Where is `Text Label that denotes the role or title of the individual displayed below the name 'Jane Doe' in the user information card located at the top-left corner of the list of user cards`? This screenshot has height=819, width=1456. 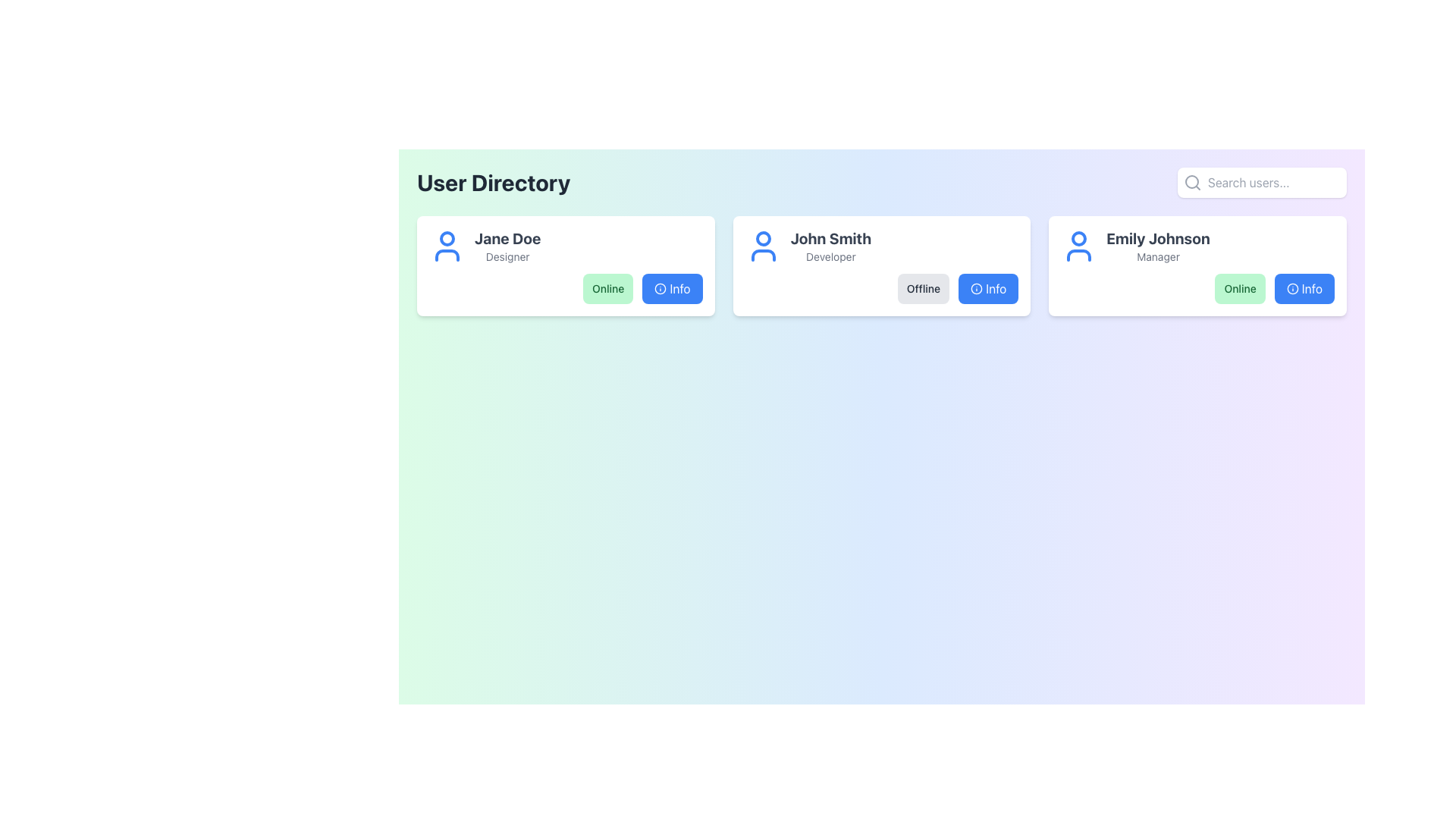
Text Label that denotes the role or title of the individual displayed below the name 'Jane Doe' in the user information card located at the top-left corner of the list of user cards is located at coordinates (507, 256).